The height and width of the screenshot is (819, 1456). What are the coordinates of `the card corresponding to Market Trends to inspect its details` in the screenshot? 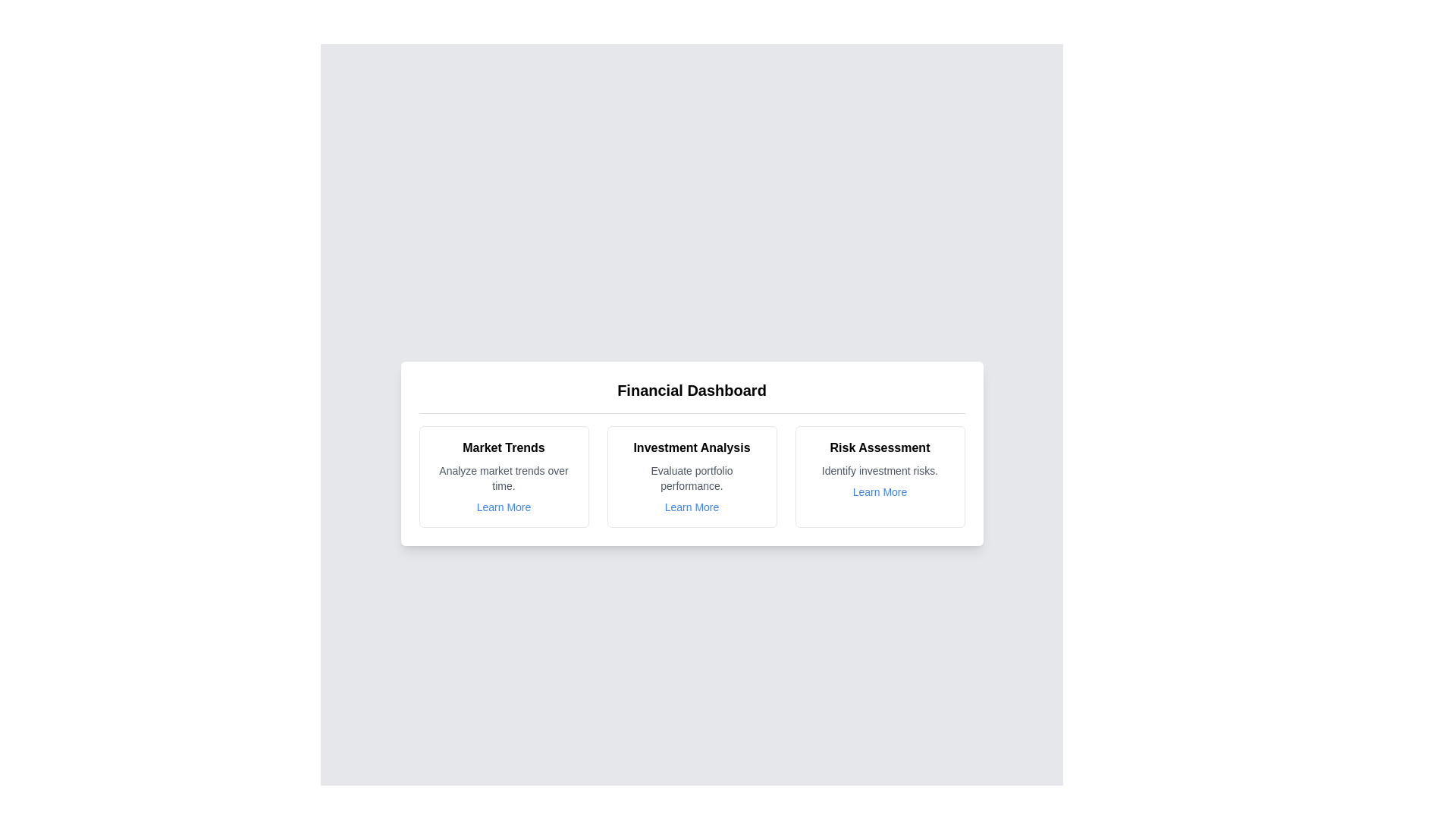 It's located at (504, 475).